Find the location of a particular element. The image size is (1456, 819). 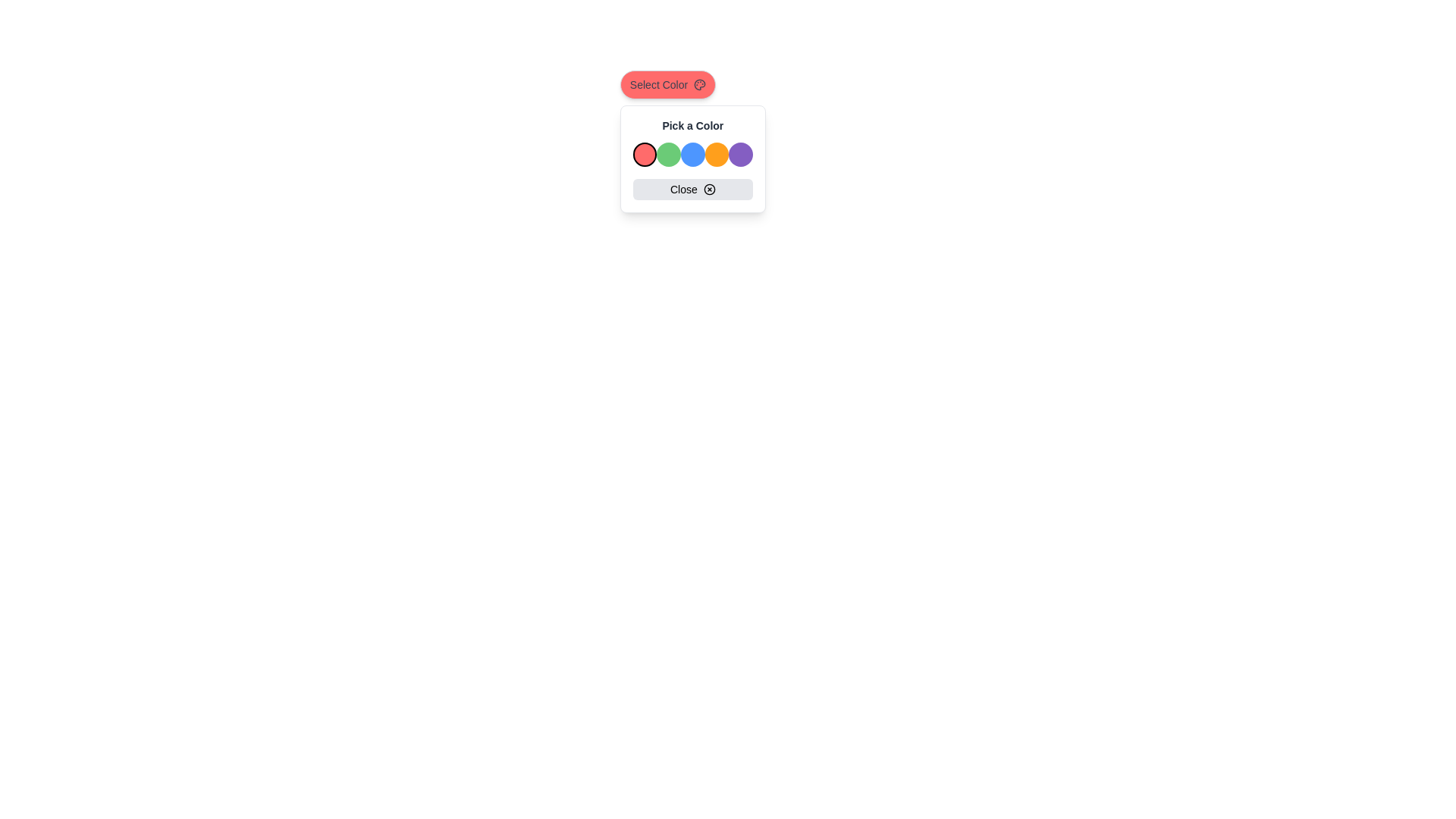

the Color selection button, which is the third circular option in the 'Pick a Color' modal is located at coordinates (692, 155).